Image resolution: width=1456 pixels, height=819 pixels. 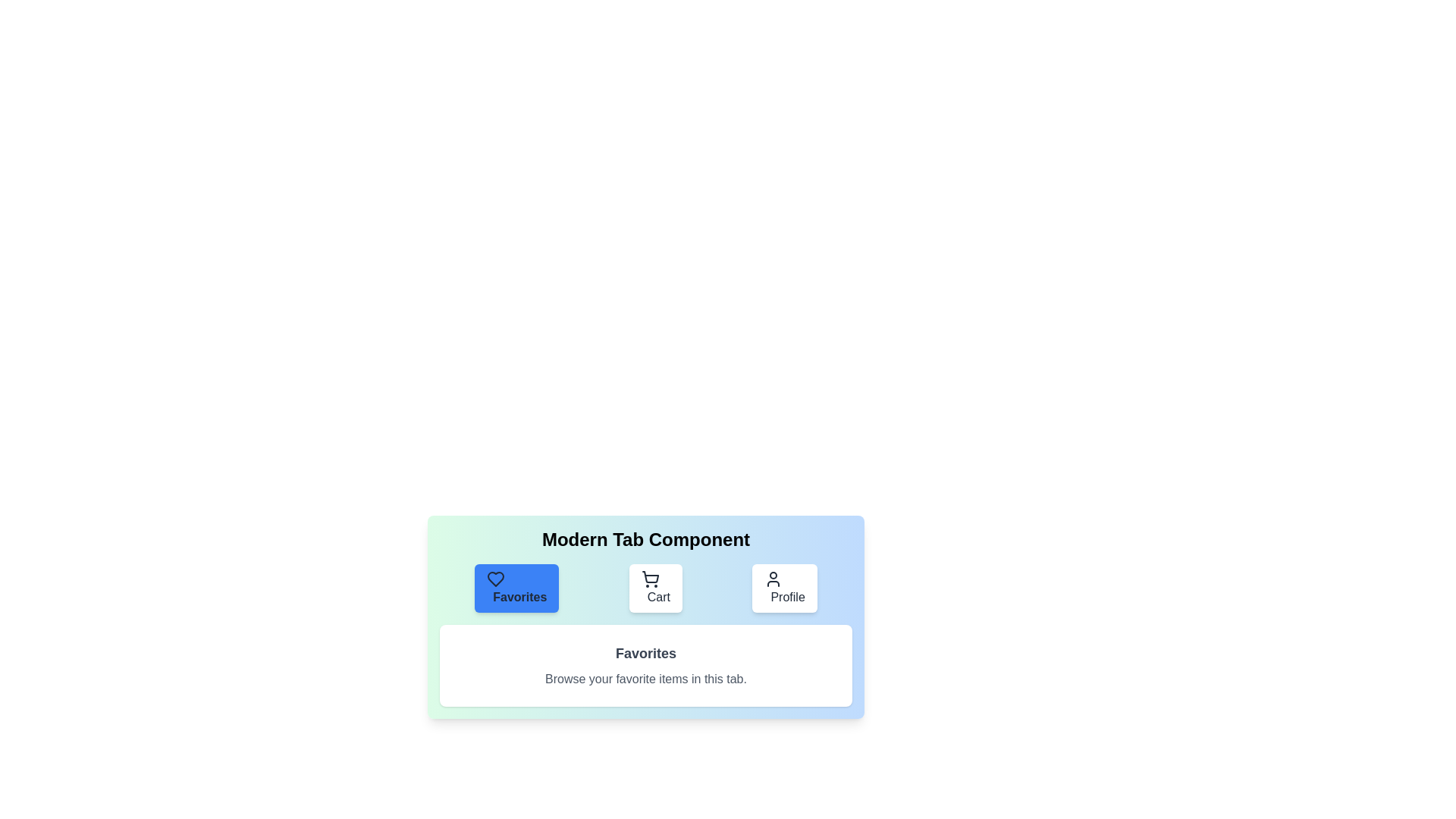 I want to click on the Favorites tab by clicking its button, so click(x=516, y=587).